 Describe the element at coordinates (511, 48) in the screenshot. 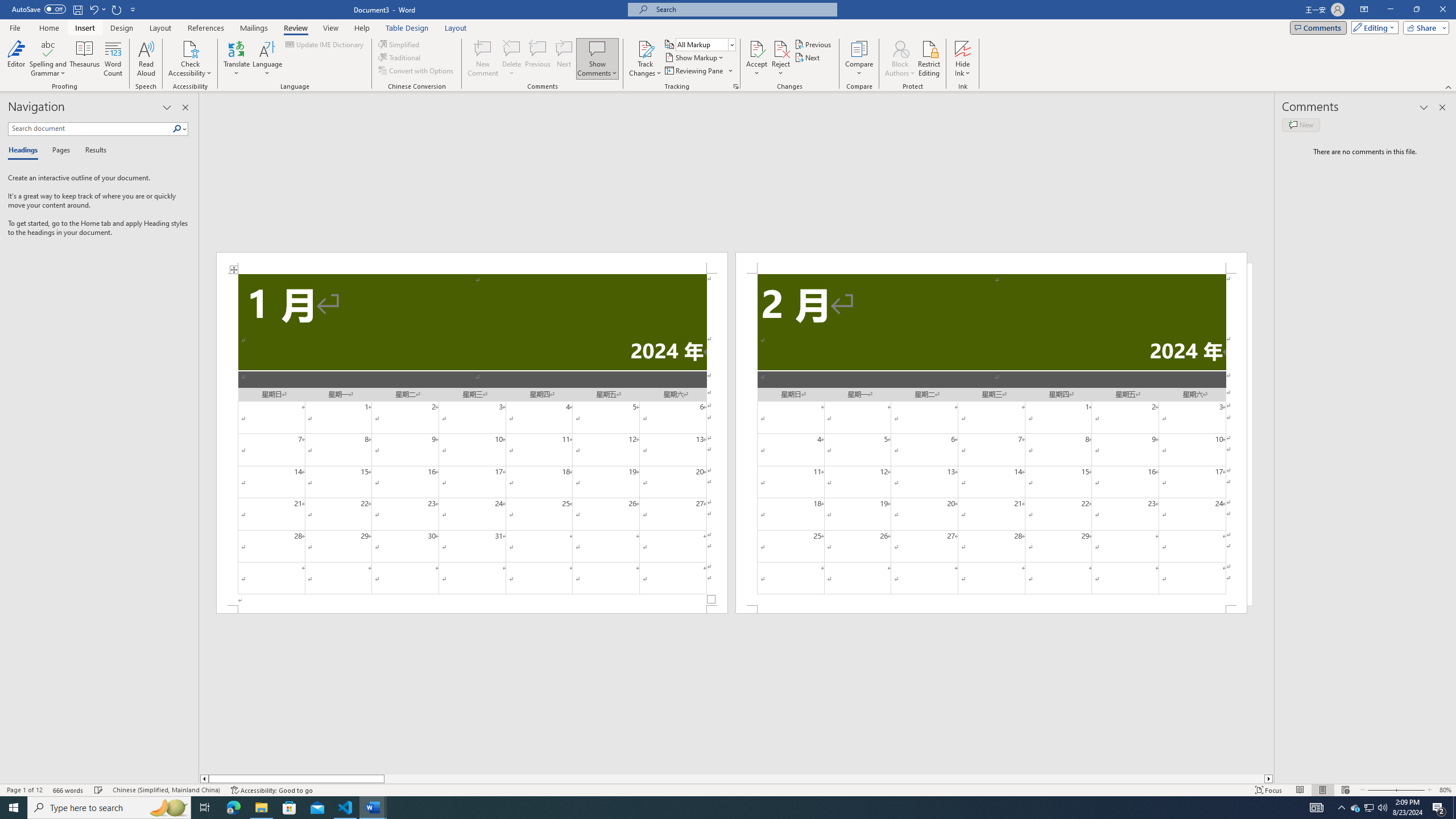

I see `'Delete'` at that location.